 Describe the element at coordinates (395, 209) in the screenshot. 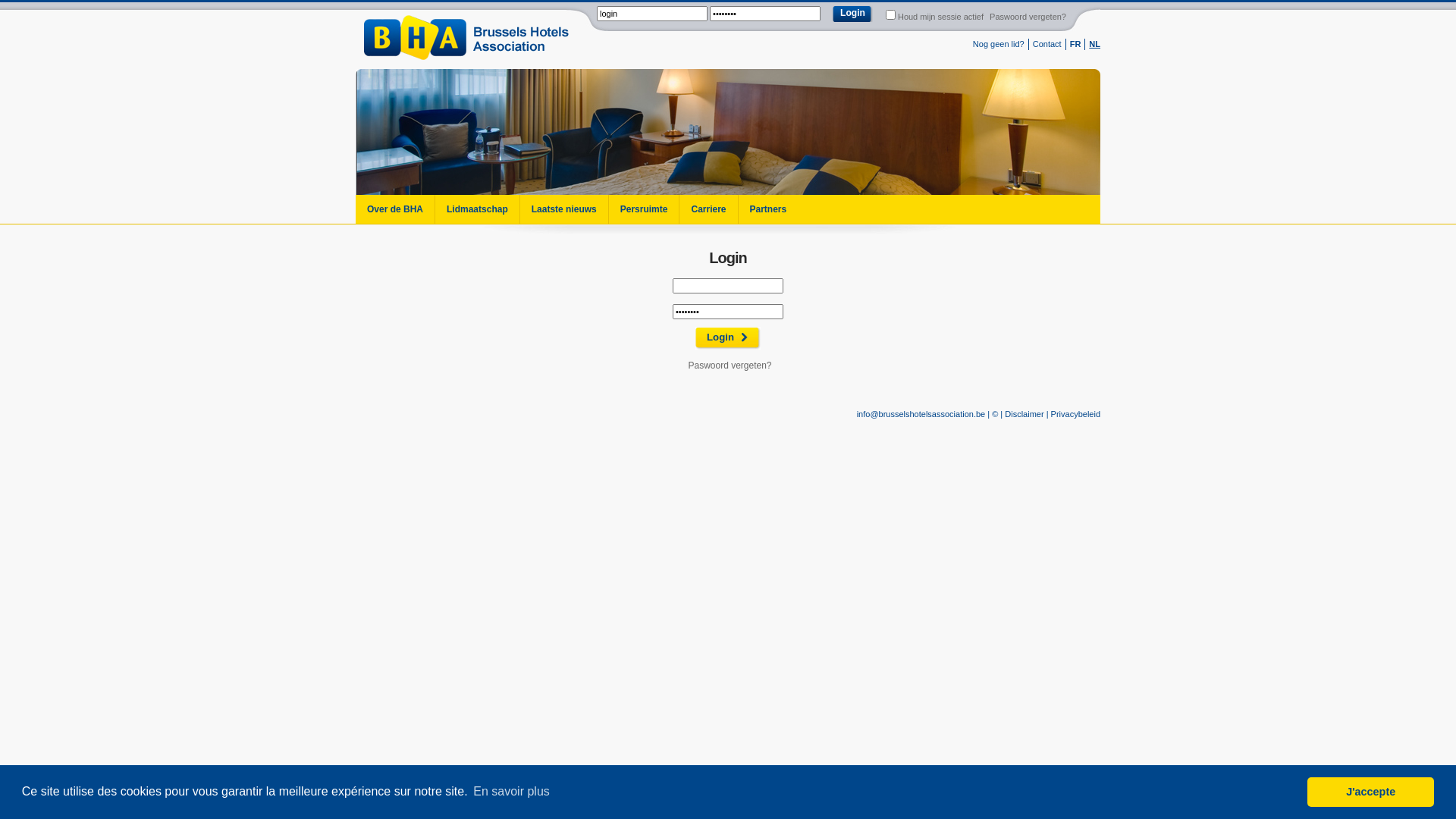

I see `'Over de BHA'` at that location.